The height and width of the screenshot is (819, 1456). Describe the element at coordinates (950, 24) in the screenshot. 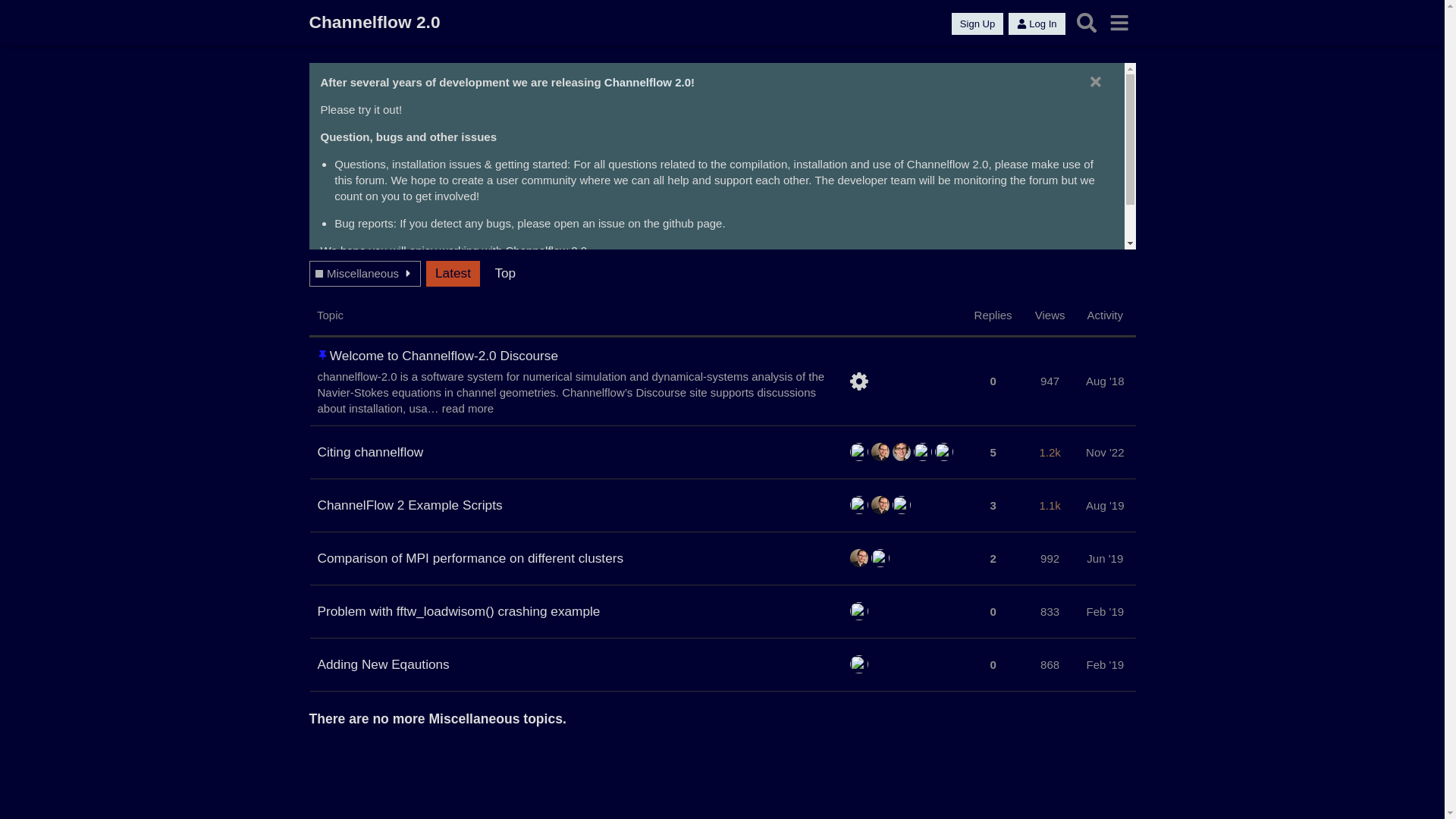

I see `'Sign Up'` at that location.